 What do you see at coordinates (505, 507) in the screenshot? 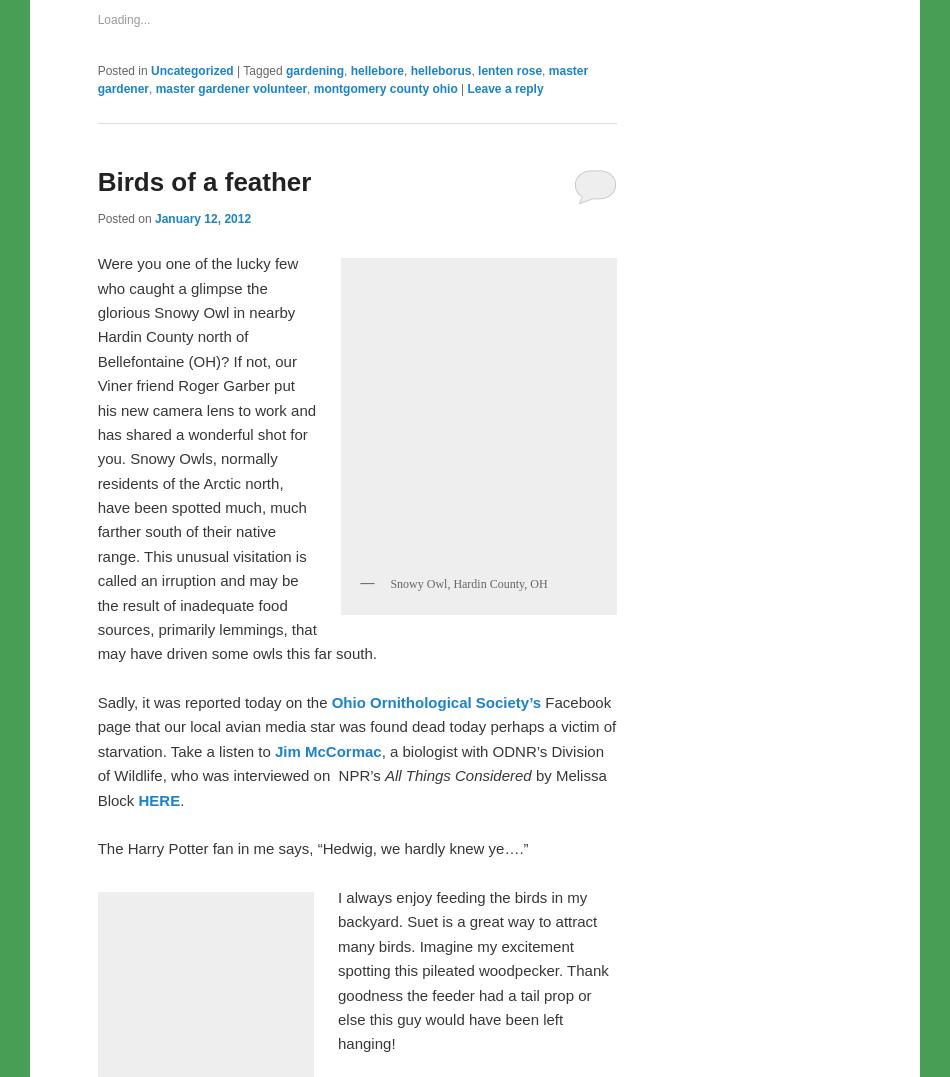
I see `'Leave a reply'` at bounding box center [505, 507].